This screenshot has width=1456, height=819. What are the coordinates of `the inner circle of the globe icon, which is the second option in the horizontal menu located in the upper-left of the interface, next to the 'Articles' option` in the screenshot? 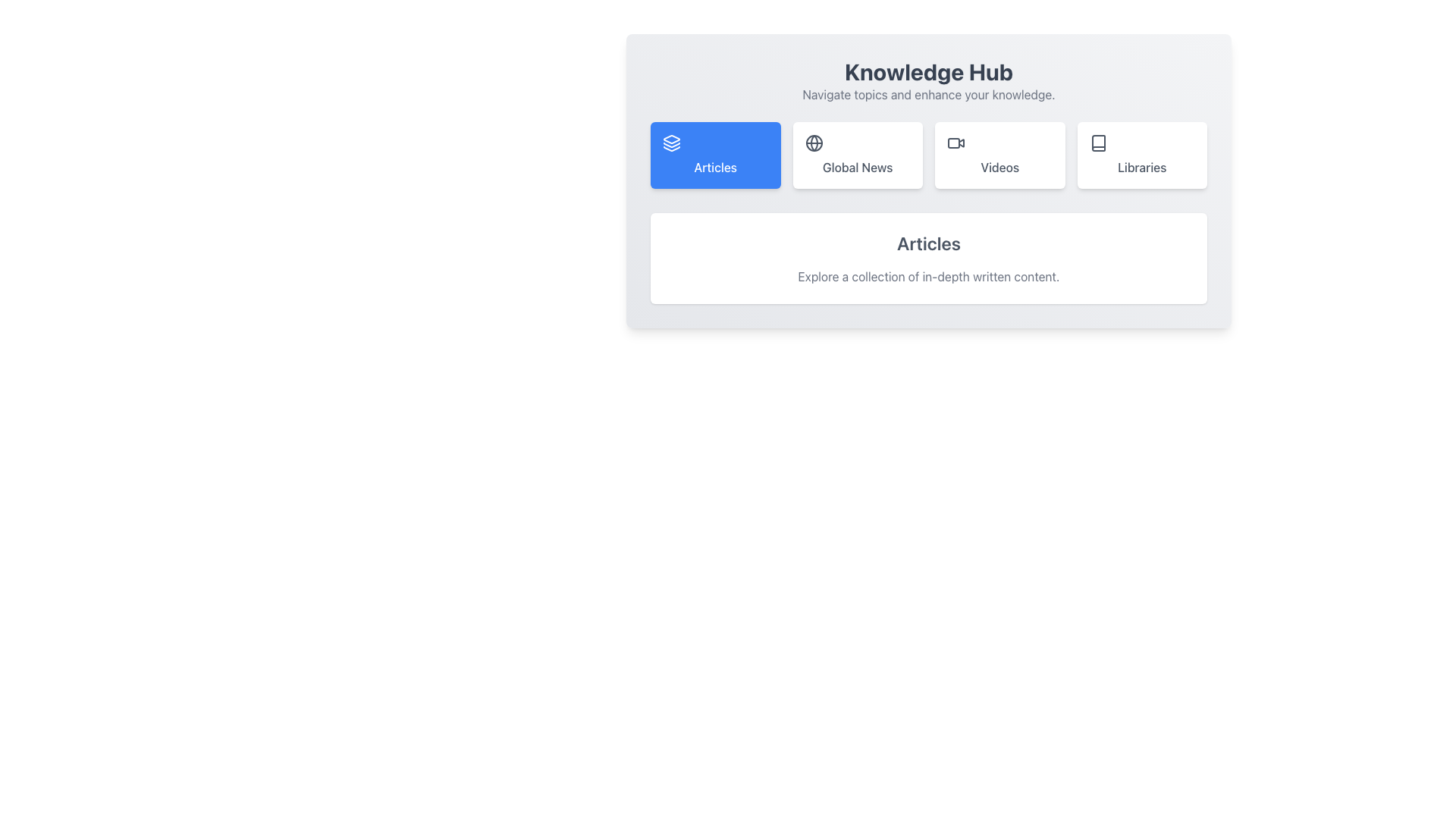 It's located at (813, 143).